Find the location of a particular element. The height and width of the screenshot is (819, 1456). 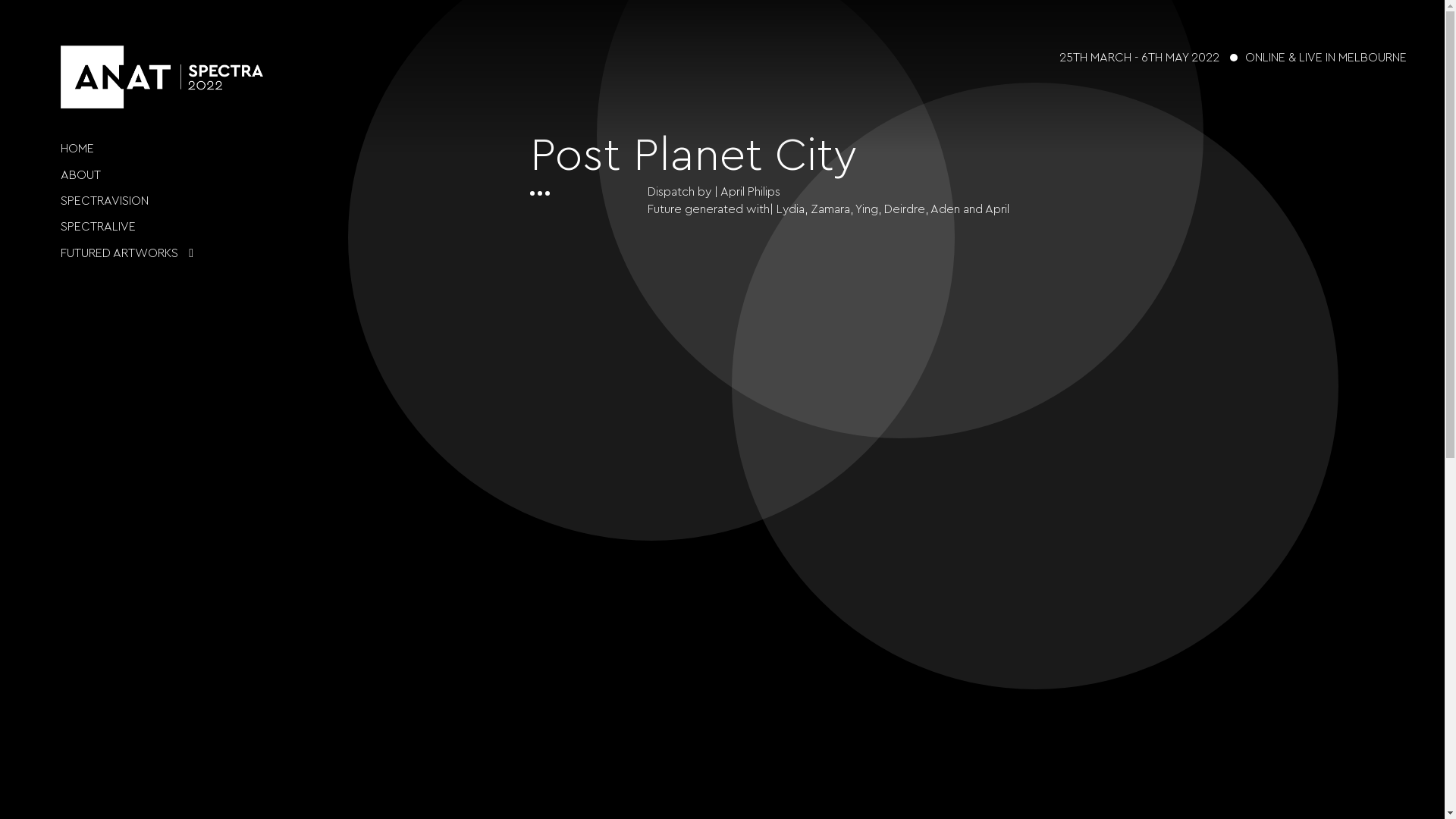

'SPECTRAVISION' is located at coordinates (61, 200).